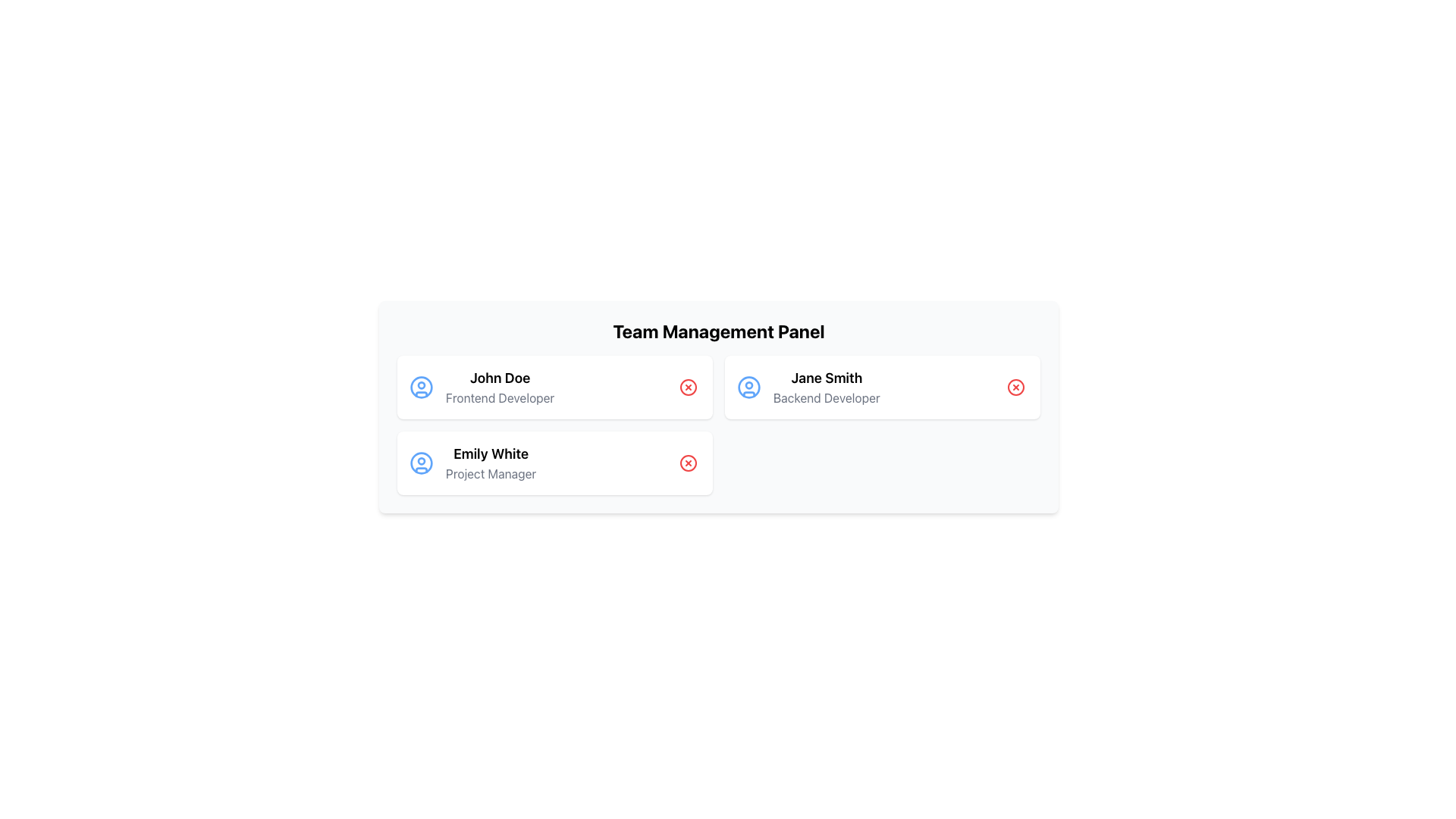  What do you see at coordinates (826, 377) in the screenshot?
I see `the static text display element that serves as the primary identifier of a team member, located in the right-most column of the team management panel` at bounding box center [826, 377].